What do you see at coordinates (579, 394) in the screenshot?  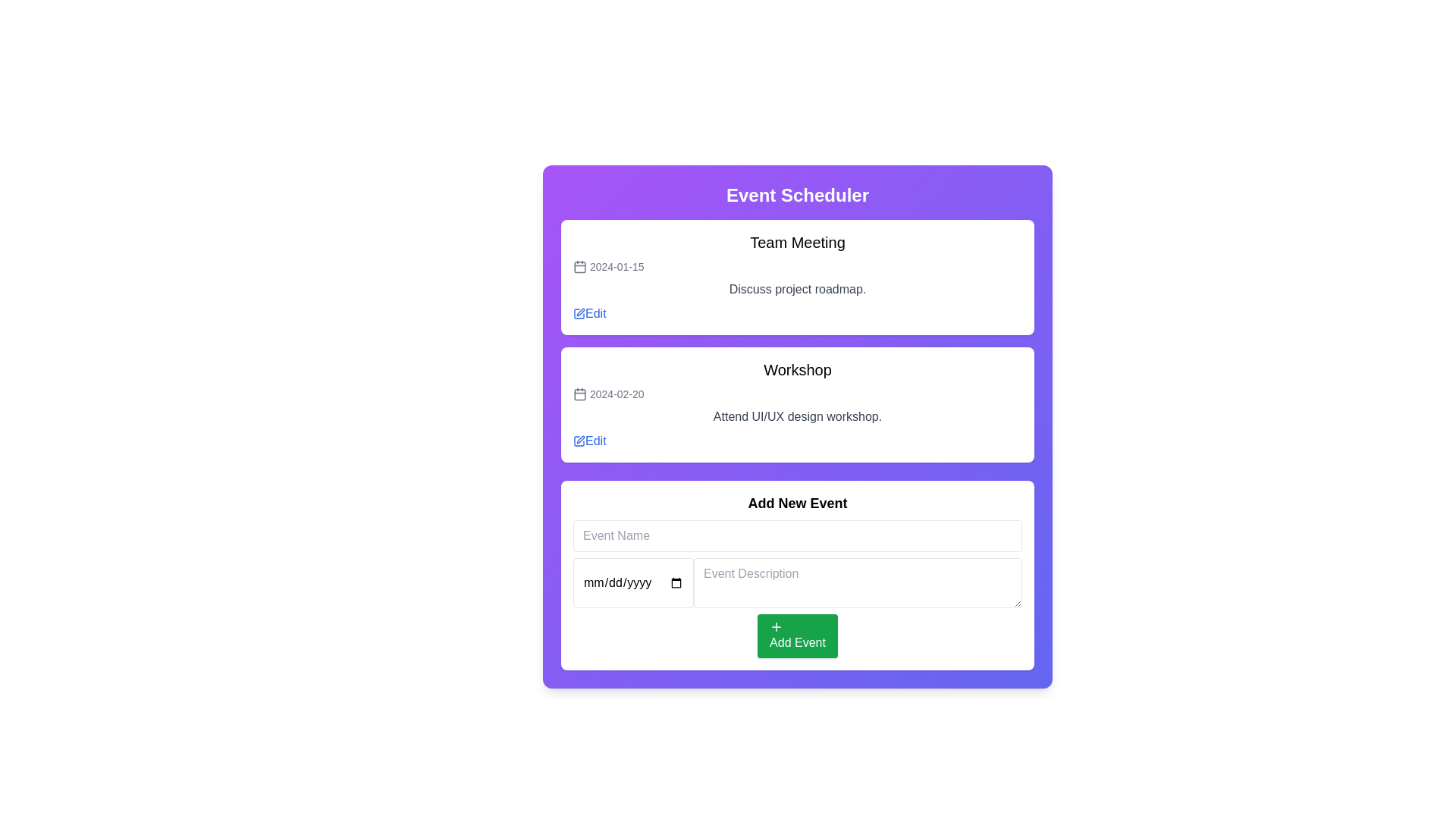 I see `the calendar icon located in the 'Workshop' section of the event scheduler layout, situated to the left of the date '2024-02-20', to perform event actions` at bounding box center [579, 394].